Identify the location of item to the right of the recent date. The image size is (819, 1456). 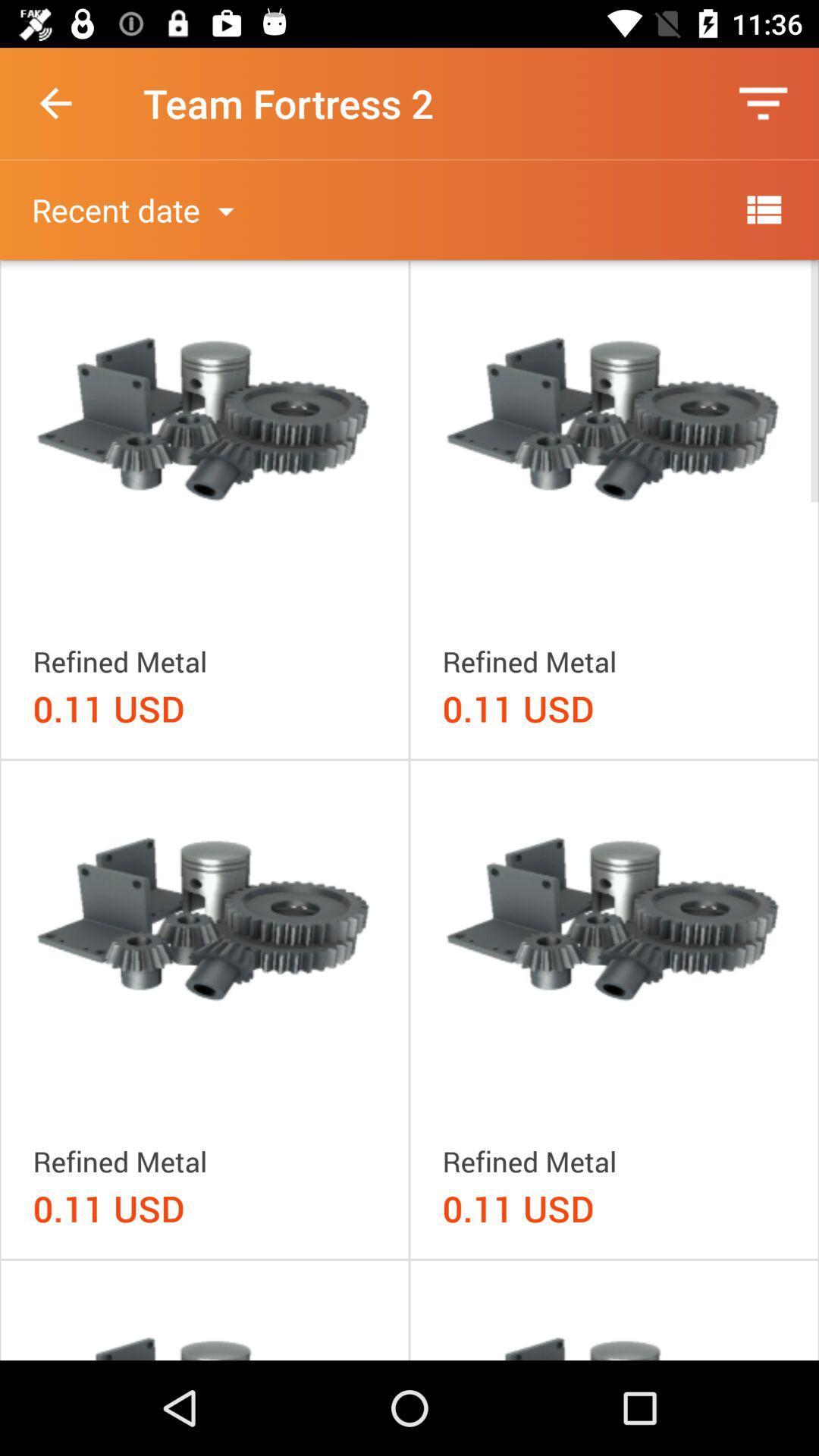
(763, 209).